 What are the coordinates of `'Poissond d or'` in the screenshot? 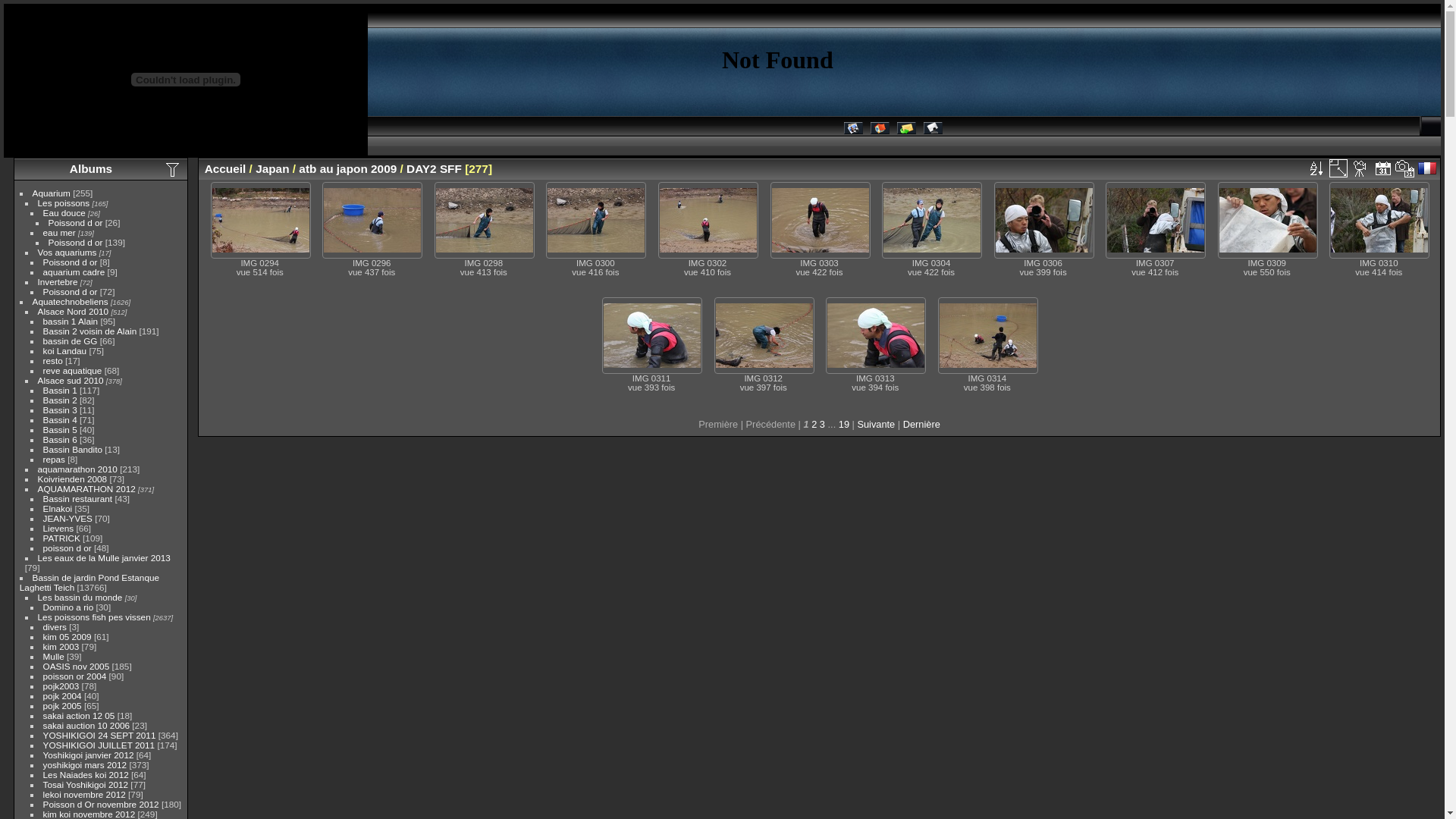 It's located at (48, 222).